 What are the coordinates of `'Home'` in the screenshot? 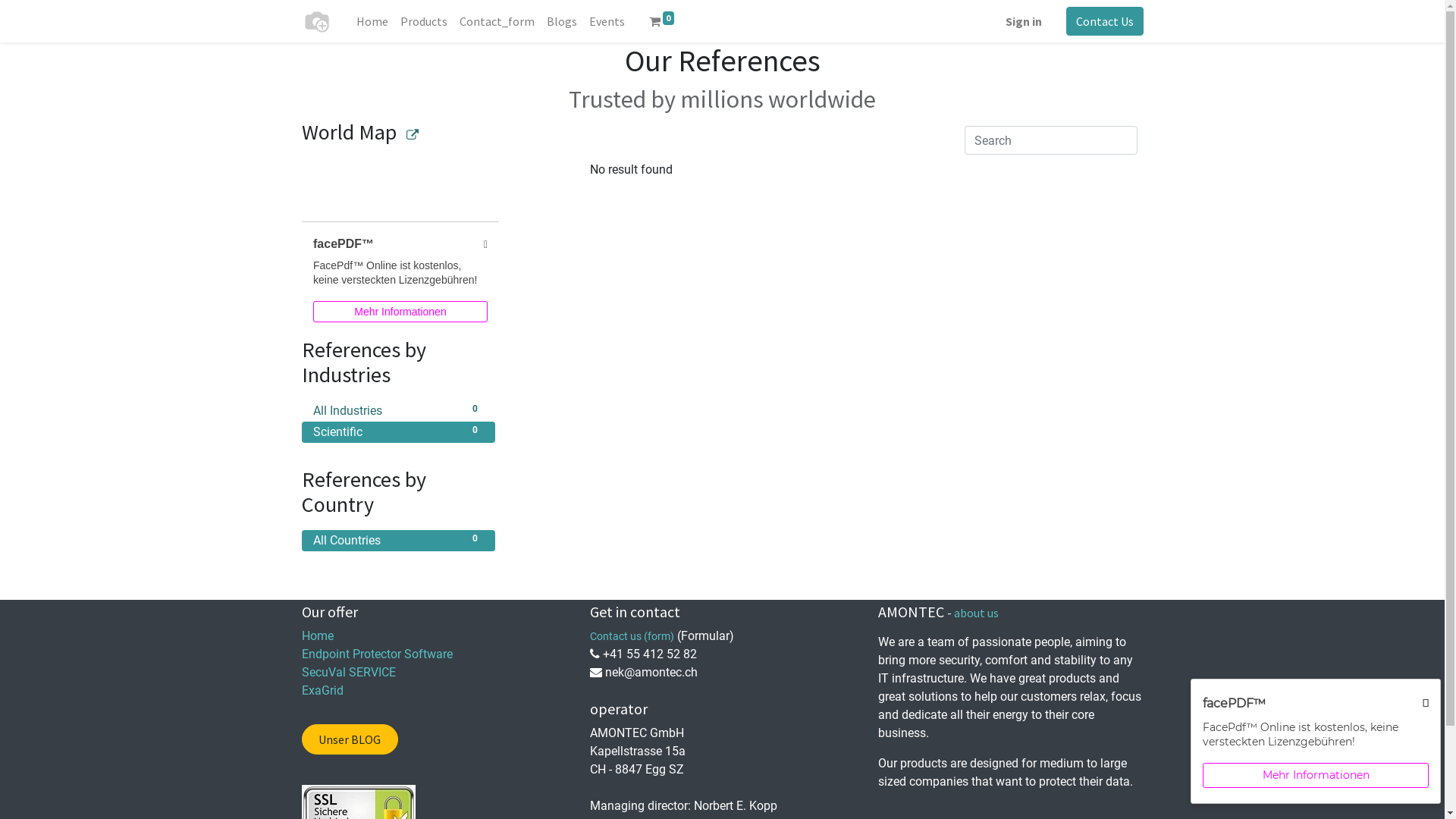 It's located at (316, 635).